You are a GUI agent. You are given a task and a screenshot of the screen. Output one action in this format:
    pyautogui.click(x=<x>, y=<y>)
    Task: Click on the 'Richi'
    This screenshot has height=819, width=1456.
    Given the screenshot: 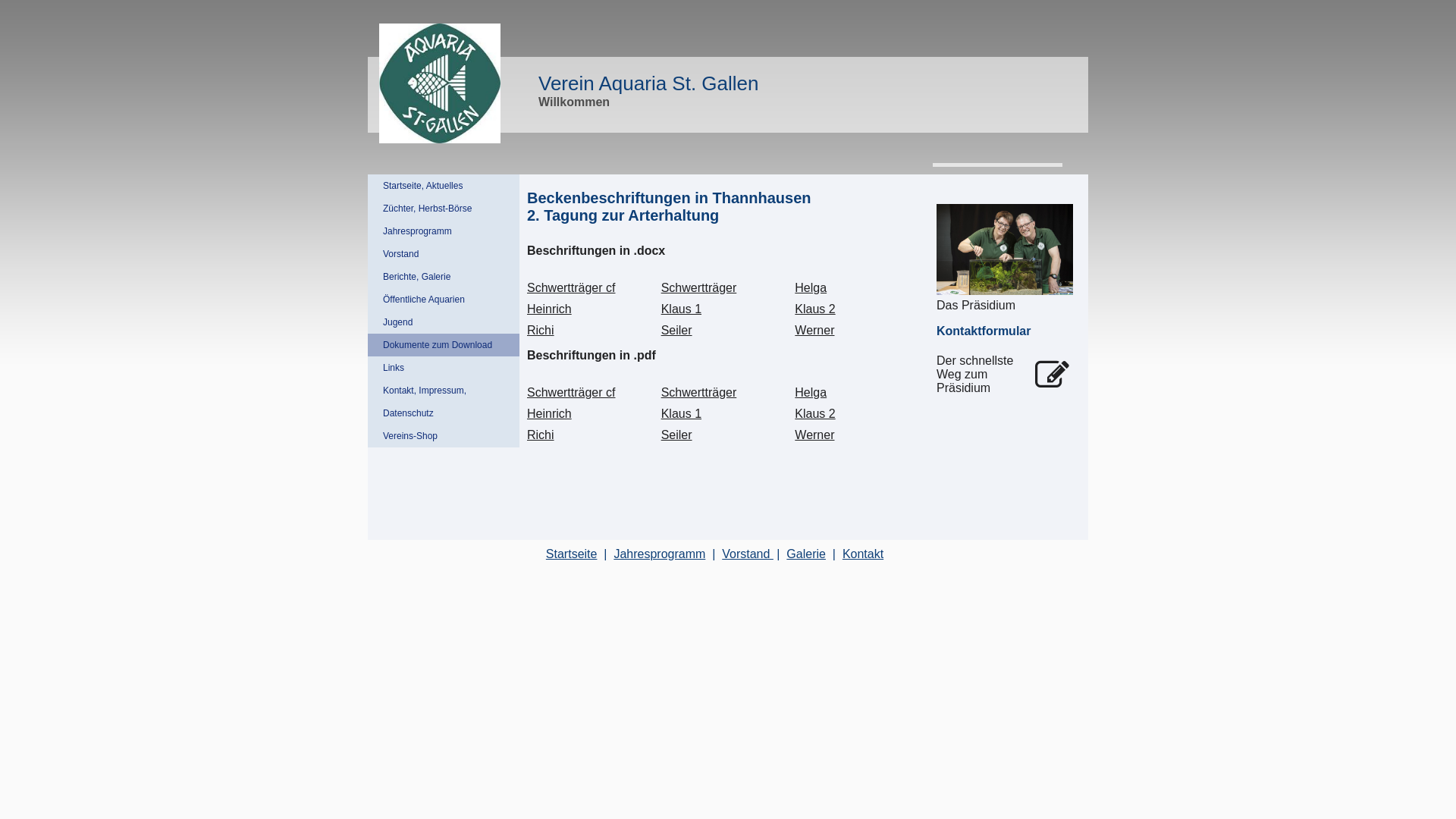 What is the action you would take?
    pyautogui.click(x=527, y=329)
    